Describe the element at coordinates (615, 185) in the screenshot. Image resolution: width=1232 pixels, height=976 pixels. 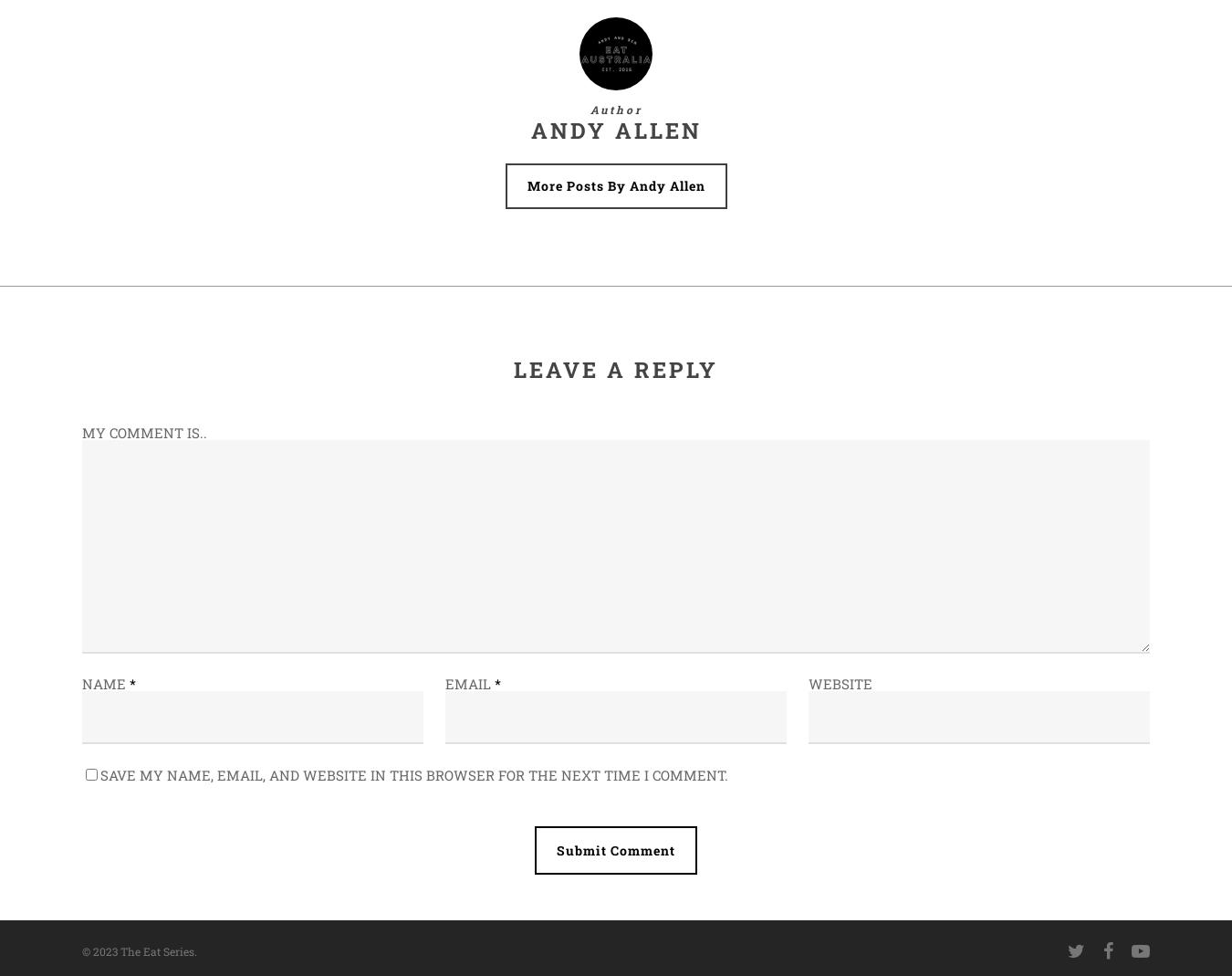
I see `'More posts by Andy Allen'` at that location.